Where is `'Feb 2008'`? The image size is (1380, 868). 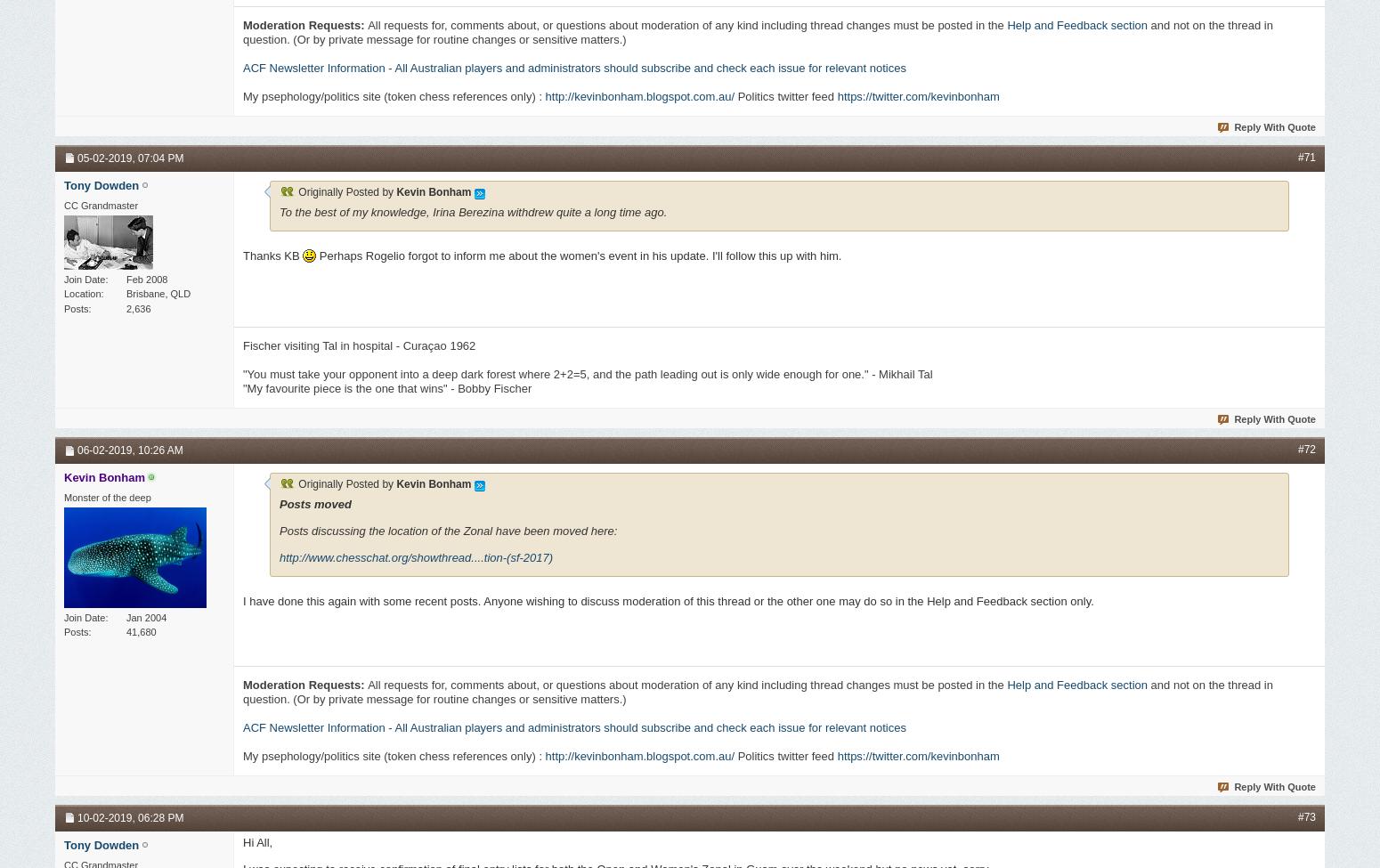 'Feb 2008' is located at coordinates (146, 277).